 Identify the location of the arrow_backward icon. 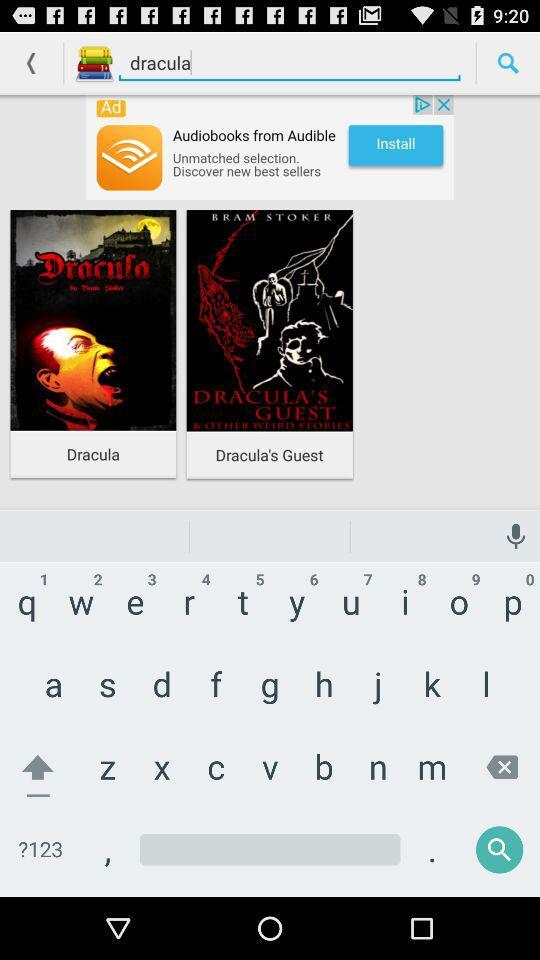
(30, 67).